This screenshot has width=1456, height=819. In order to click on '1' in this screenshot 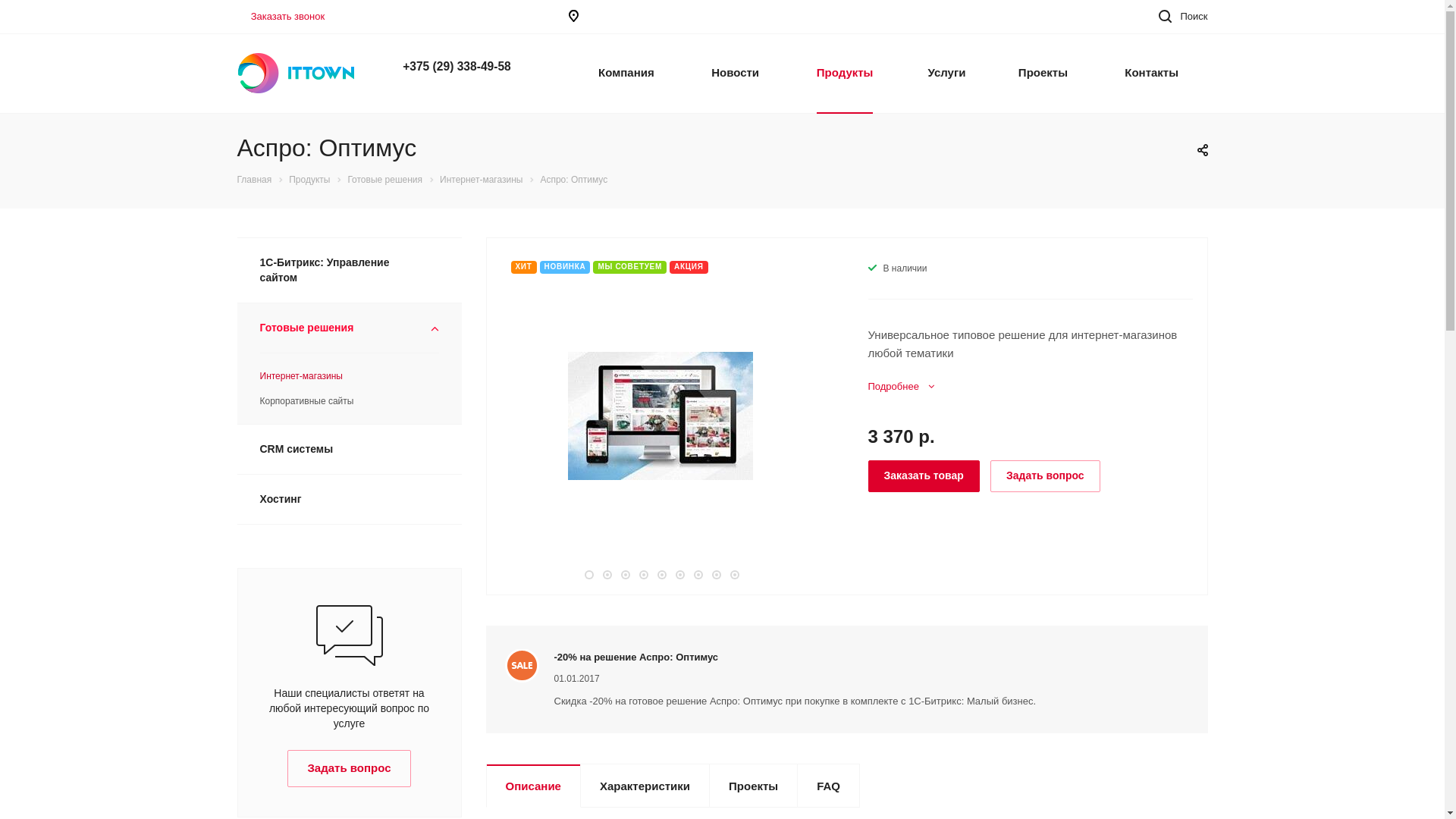, I will do `click(588, 575)`.